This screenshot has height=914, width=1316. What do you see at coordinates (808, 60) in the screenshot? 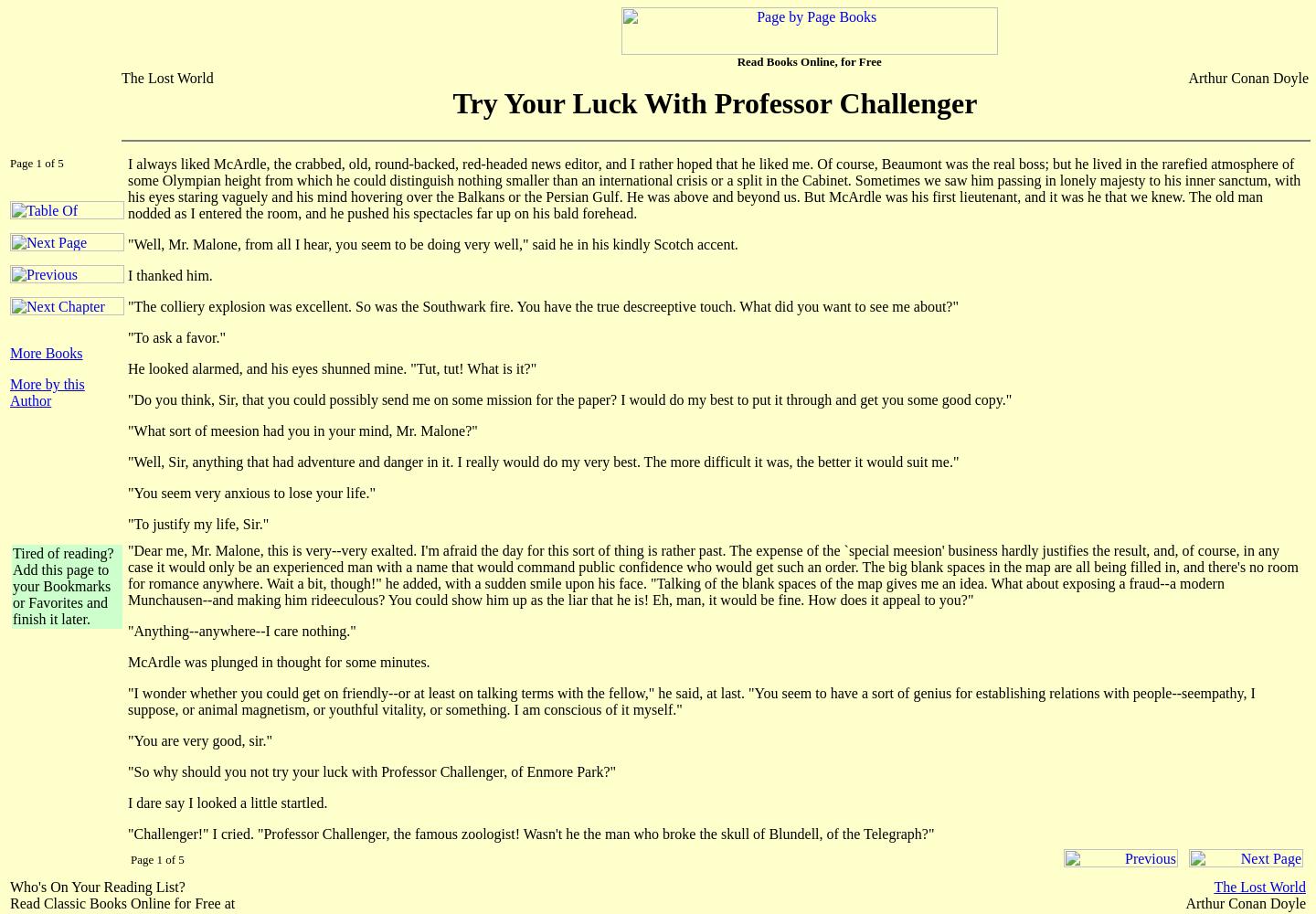
I see `'Read Books Online, for Free'` at bounding box center [808, 60].